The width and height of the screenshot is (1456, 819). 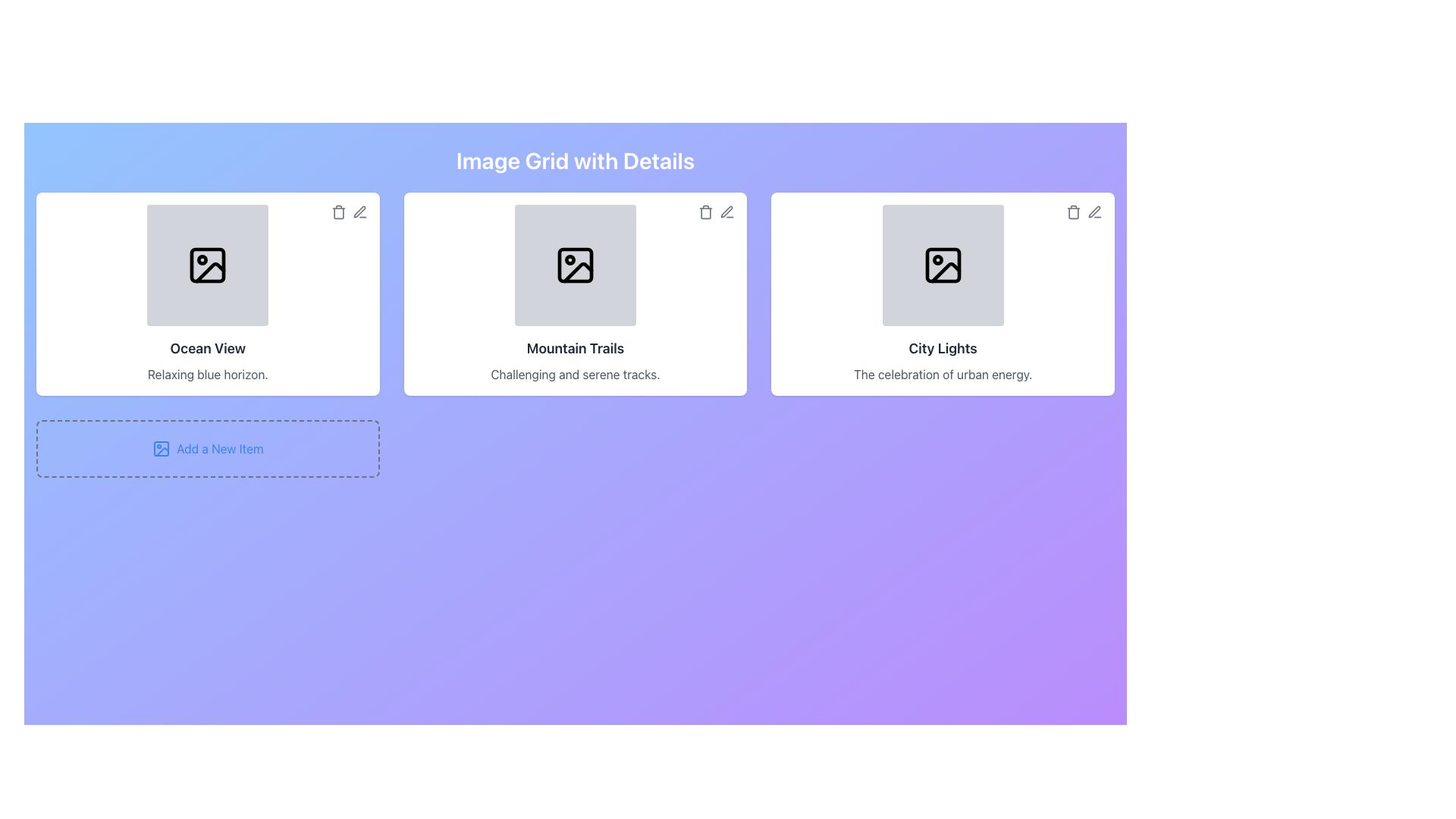 I want to click on the decorative rectangle with rounded corners located near the center-top of the 'Ocean View' icon in the image grid, so click(x=207, y=265).